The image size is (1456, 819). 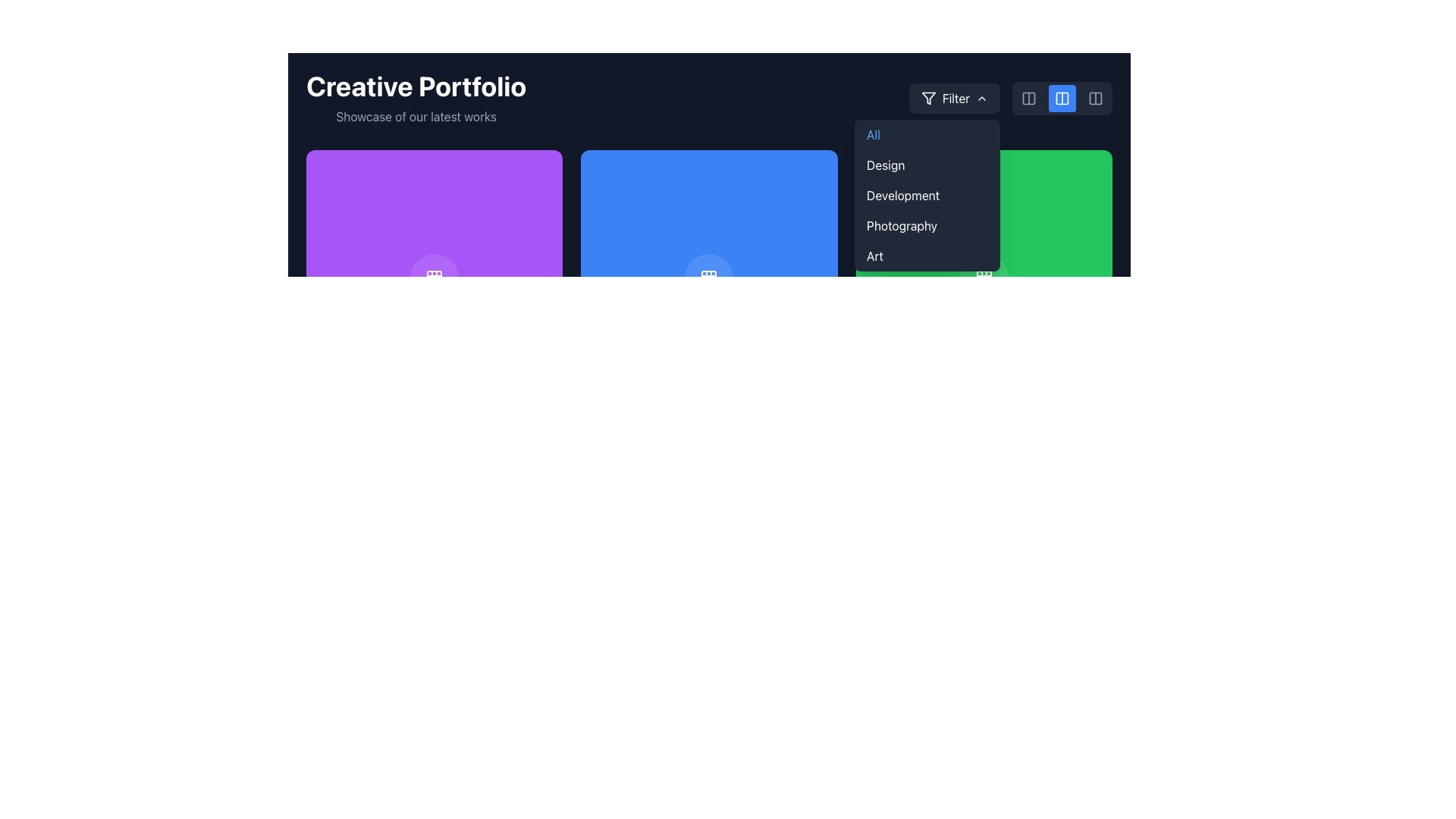 What do you see at coordinates (708, 278) in the screenshot?
I see `the grid icon inside the circular button located at the center of the blue card` at bounding box center [708, 278].